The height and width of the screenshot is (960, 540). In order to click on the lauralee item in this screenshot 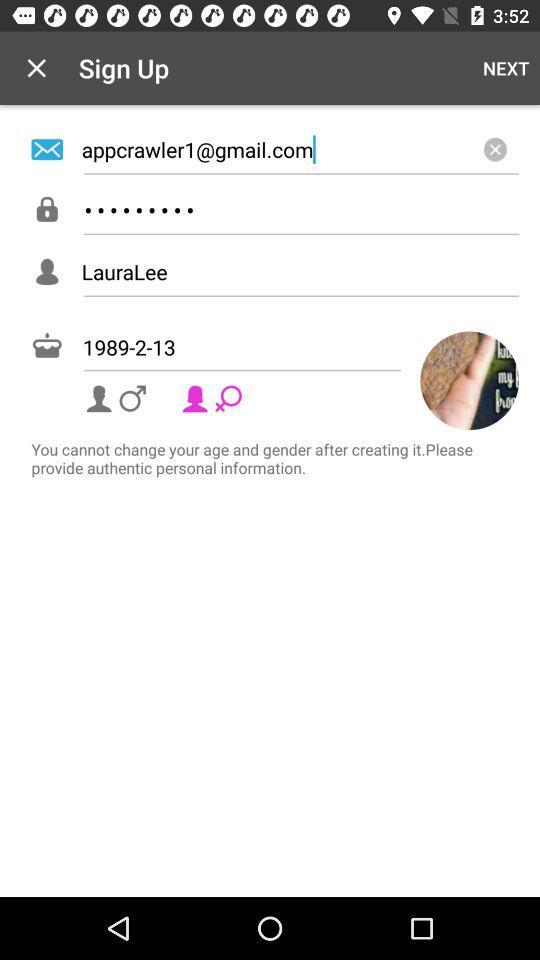, I will do `click(299, 270)`.